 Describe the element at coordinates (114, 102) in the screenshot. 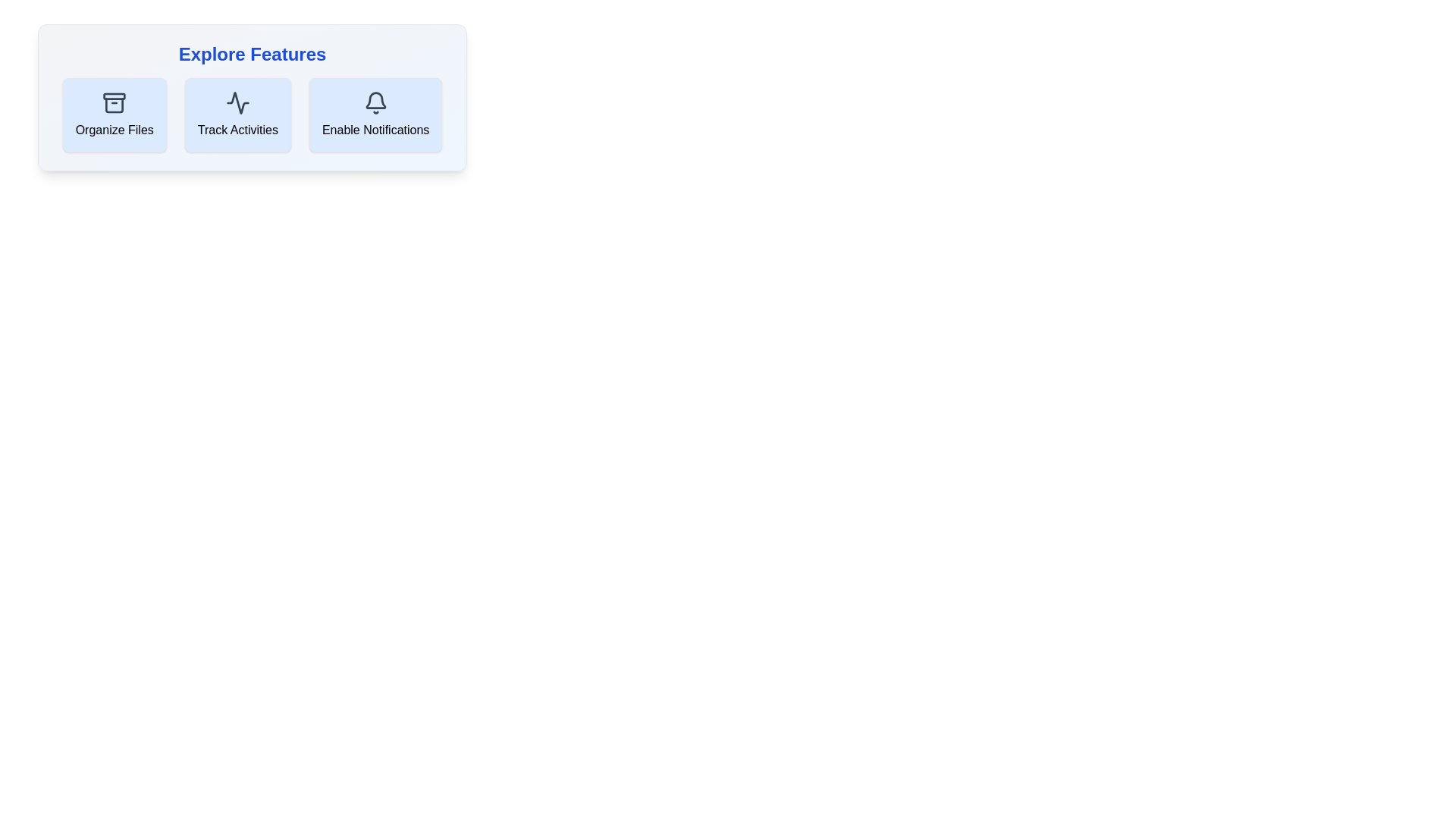

I see `the top-centered icon inside the 'Organize Files' panel, which represents an action related to organizing files` at that location.